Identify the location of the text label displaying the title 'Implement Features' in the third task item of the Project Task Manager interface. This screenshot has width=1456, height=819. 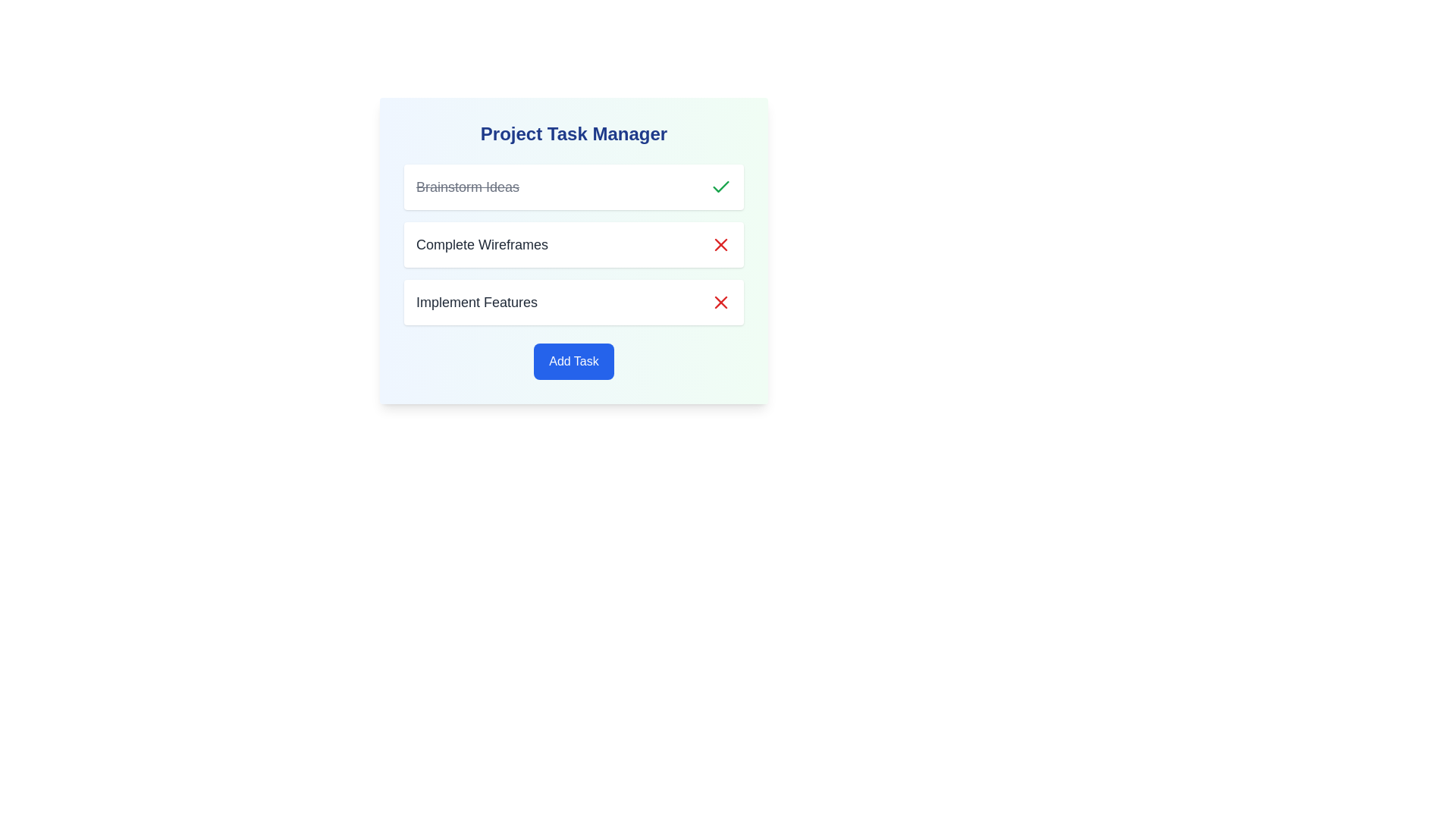
(475, 302).